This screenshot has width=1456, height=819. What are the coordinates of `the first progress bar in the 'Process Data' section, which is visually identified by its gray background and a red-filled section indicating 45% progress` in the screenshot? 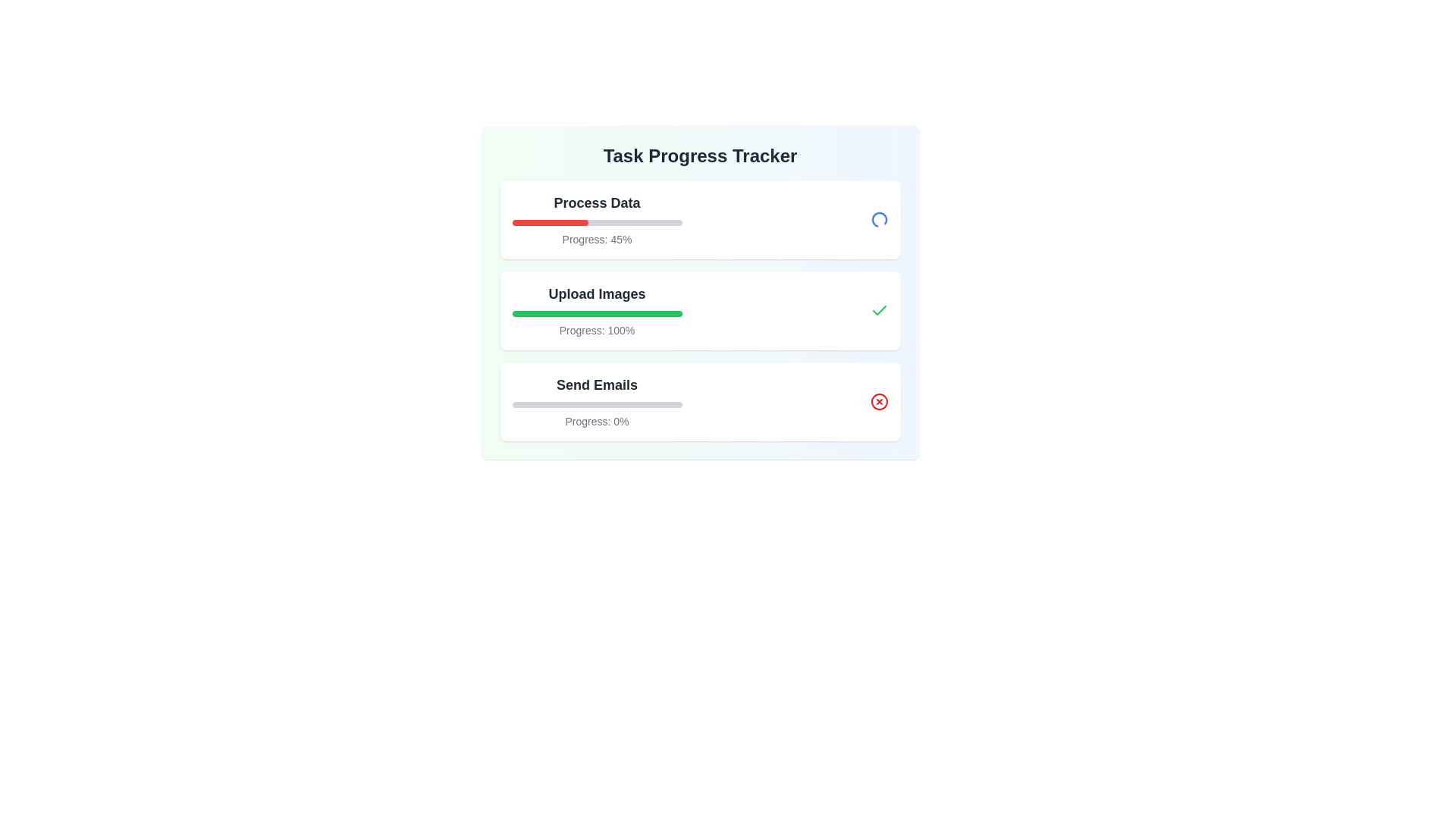 It's located at (596, 222).